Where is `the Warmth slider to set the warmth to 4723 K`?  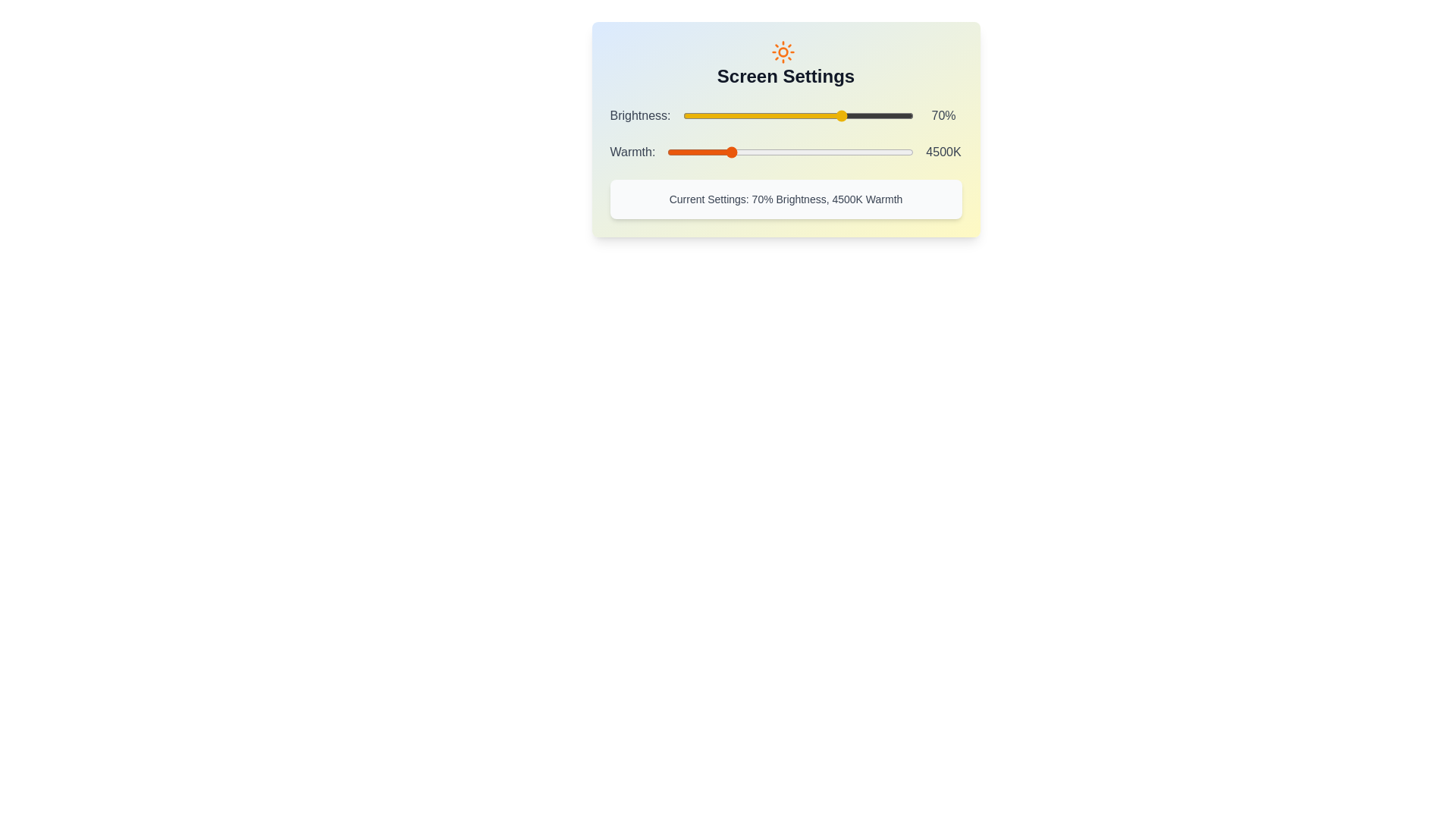
the Warmth slider to set the warmth to 4723 K is located at coordinates (738, 152).